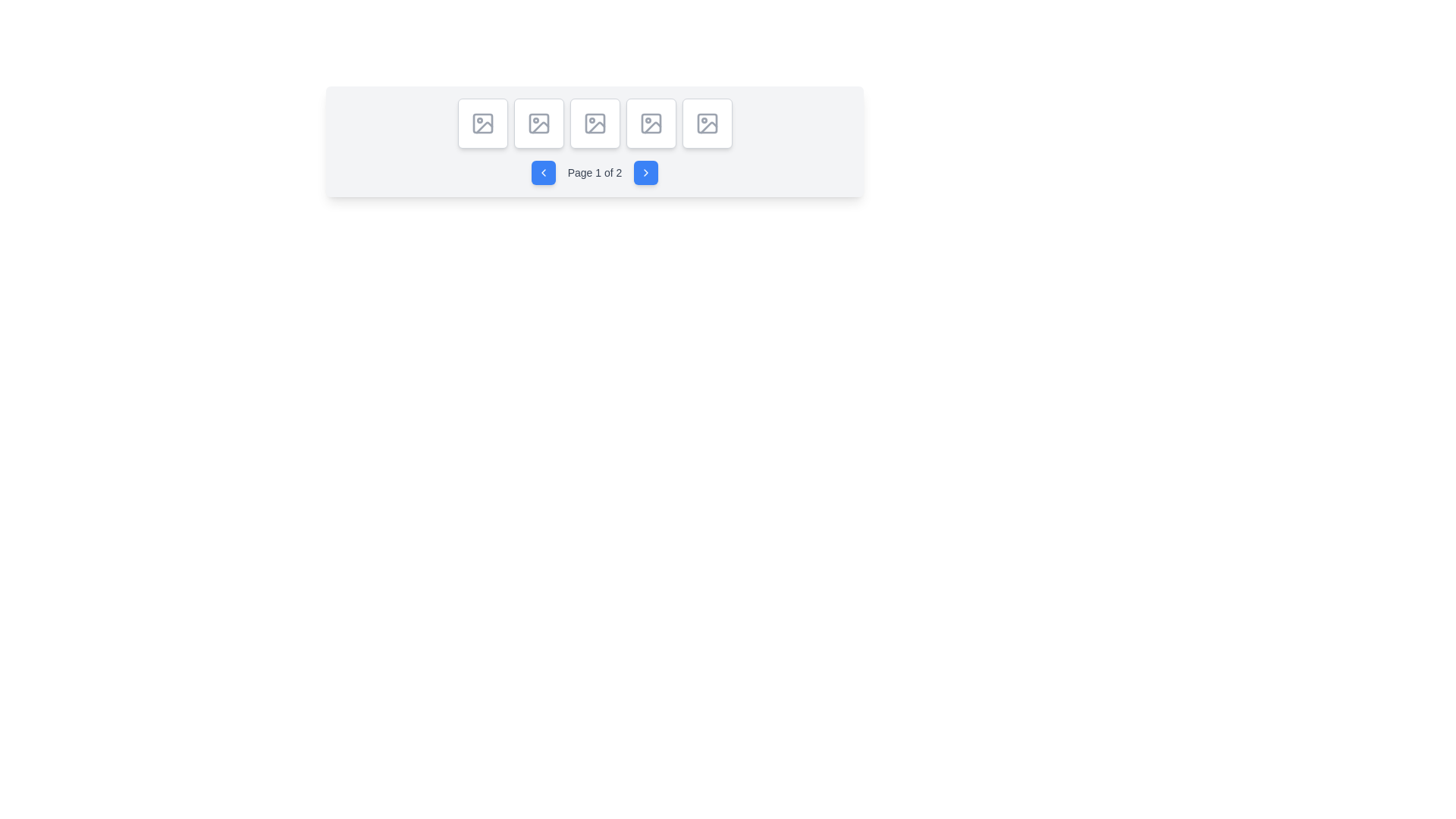 Image resolution: width=1456 pixels, height=819 pixels. I want to click on the fourth image icon in the horizontally-aligned group at the top of the page, so click(651, 122).